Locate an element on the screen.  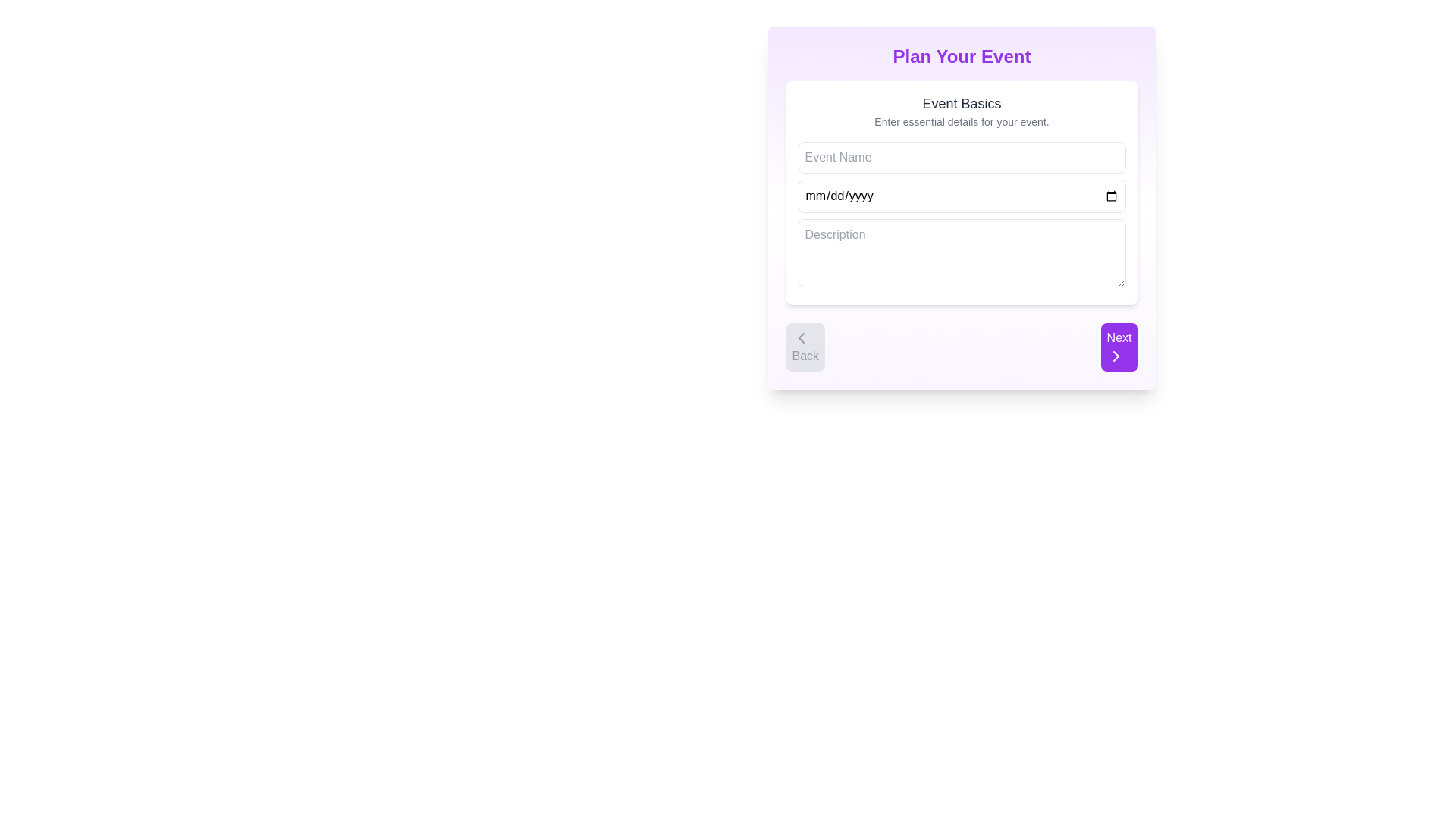
the right-facing chevron icon located inside the 'Next' button in the lower-right corner of the interface is located at coordinates (1116, 356).